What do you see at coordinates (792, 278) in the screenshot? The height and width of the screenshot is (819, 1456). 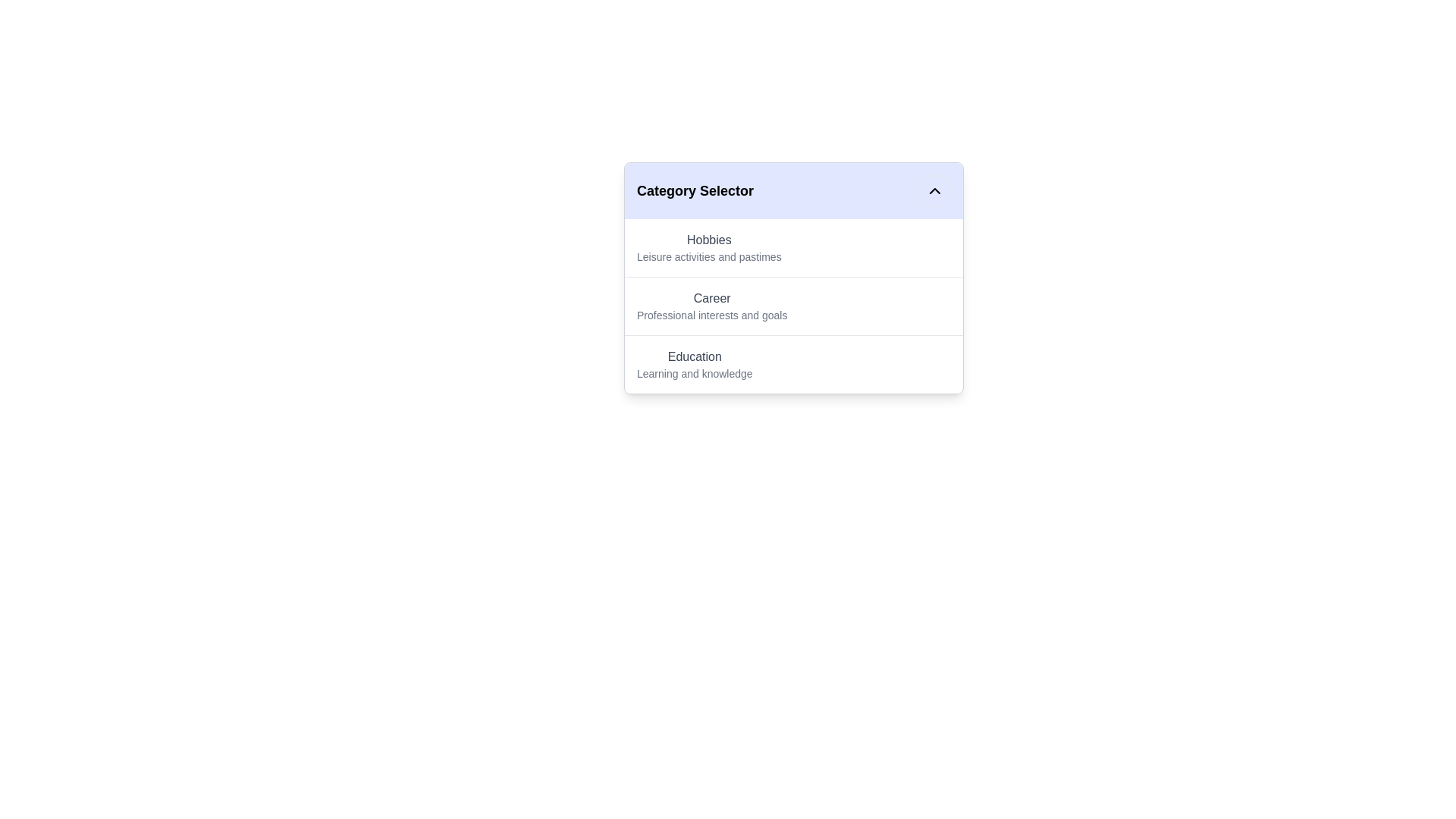 I see `the second category entry in the card-styled dropdown list that contains 'Hobbies', 'Career', and 'Education'` at bounding box center [792, 278].